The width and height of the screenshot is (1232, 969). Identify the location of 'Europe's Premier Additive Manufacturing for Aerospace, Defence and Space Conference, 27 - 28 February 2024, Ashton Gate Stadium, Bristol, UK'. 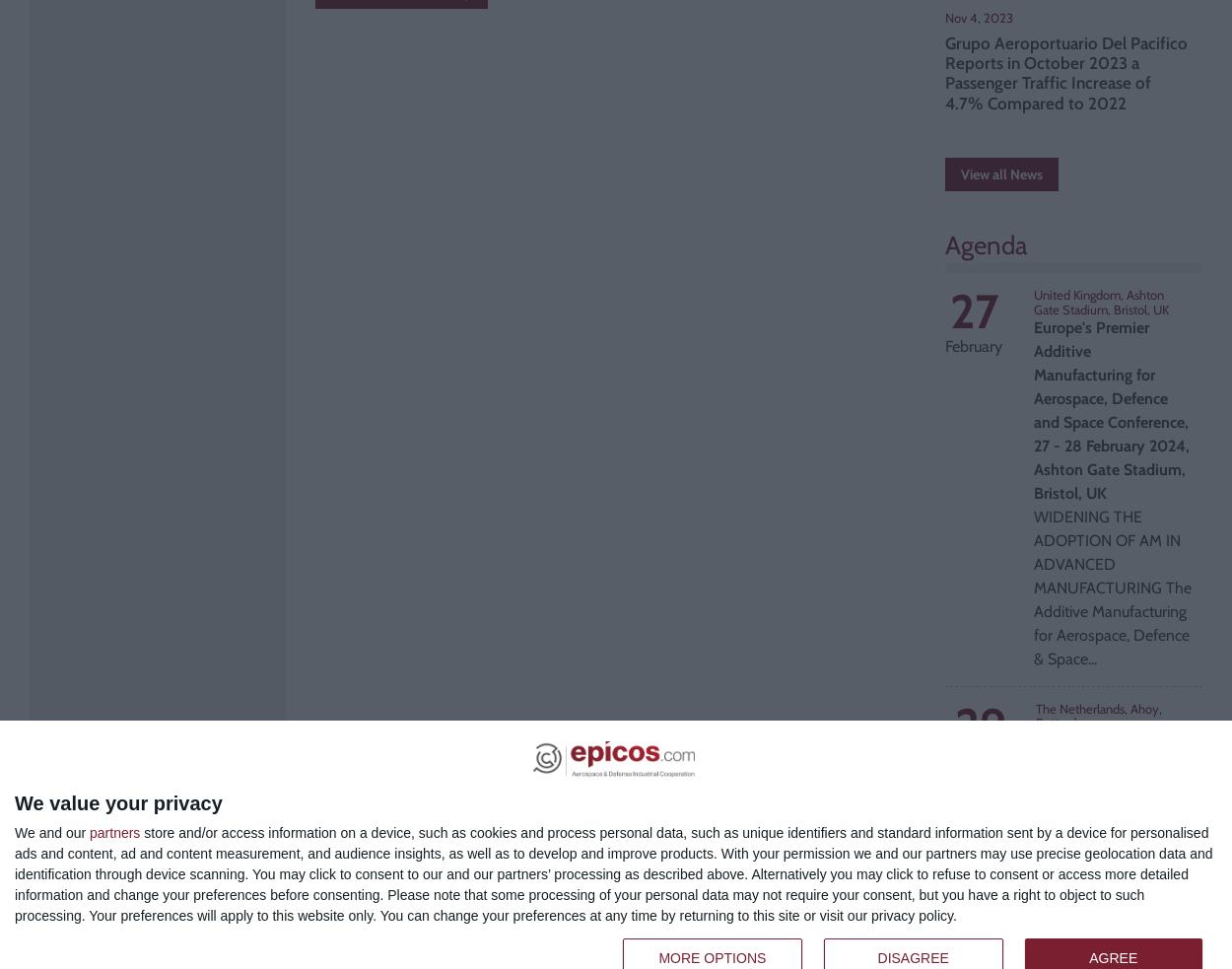
(1034, 408).